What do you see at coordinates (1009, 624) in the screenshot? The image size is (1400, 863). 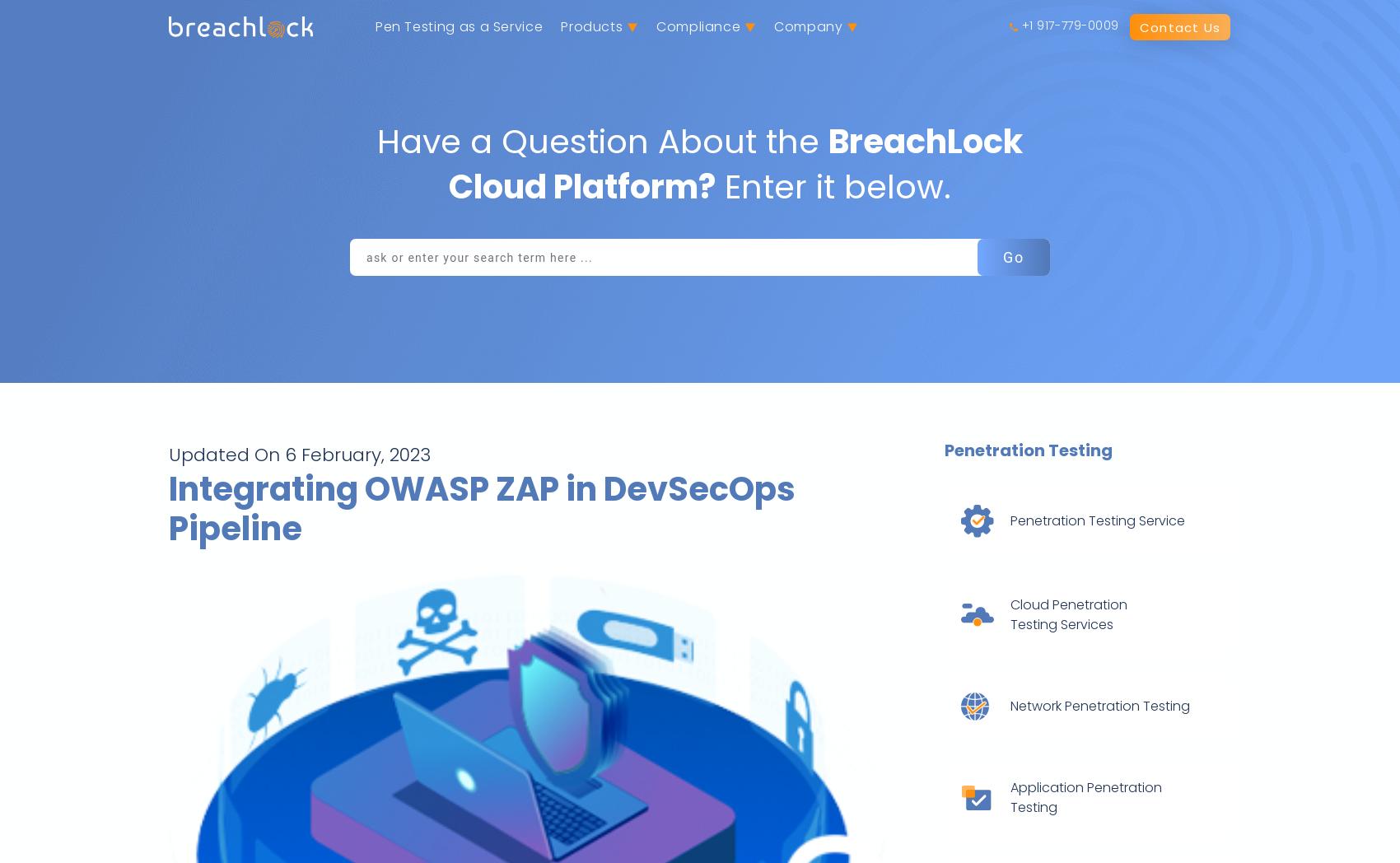 I see `'Testing Services'` at bounding box center [1009, 624].